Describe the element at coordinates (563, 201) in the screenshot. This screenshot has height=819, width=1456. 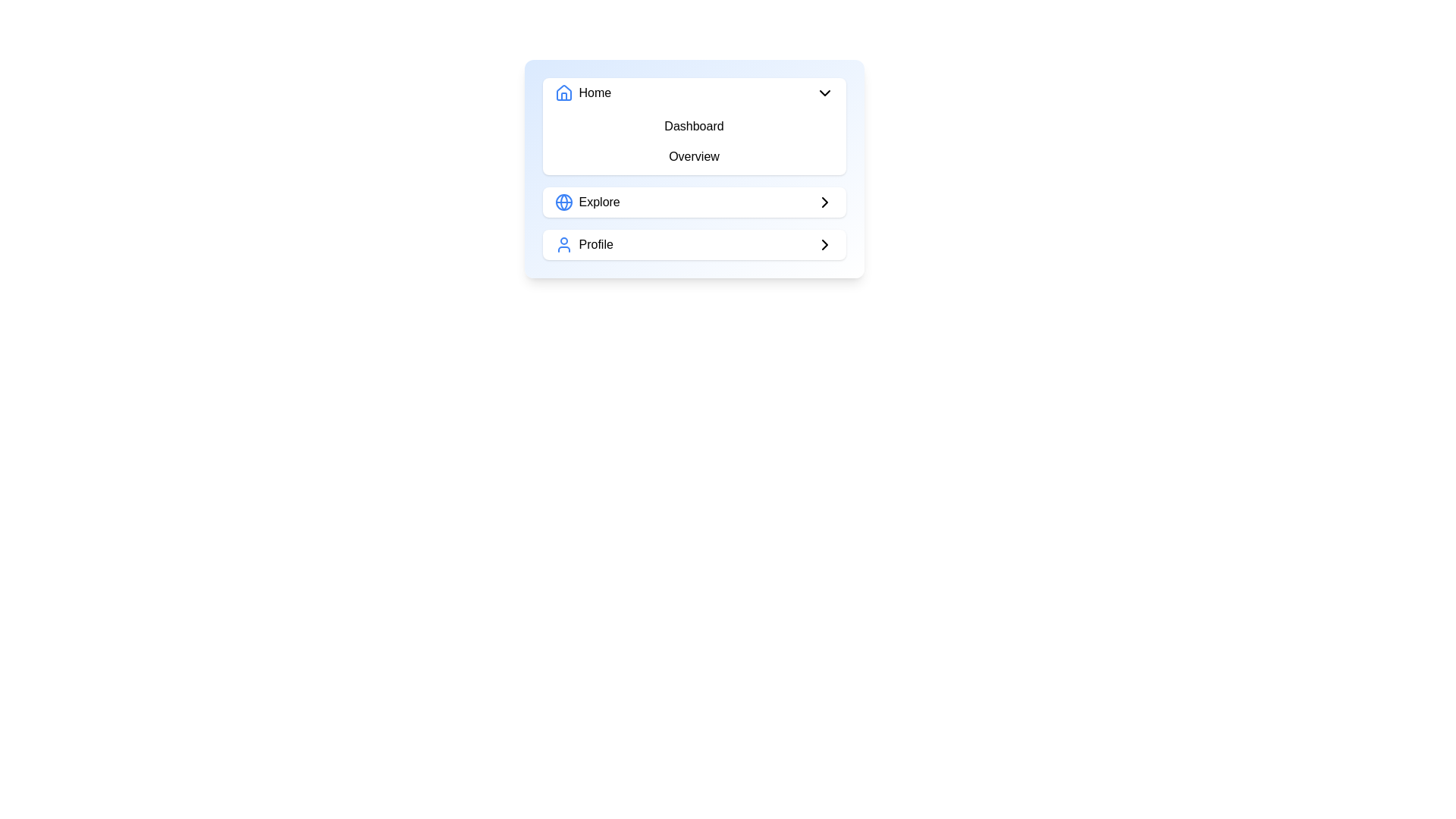
I see `the semi-elliptical line resembling a globe's meridian, which is part of the globe icon displayed with an 'Explore' label in the middle section of a menu card` at that location.